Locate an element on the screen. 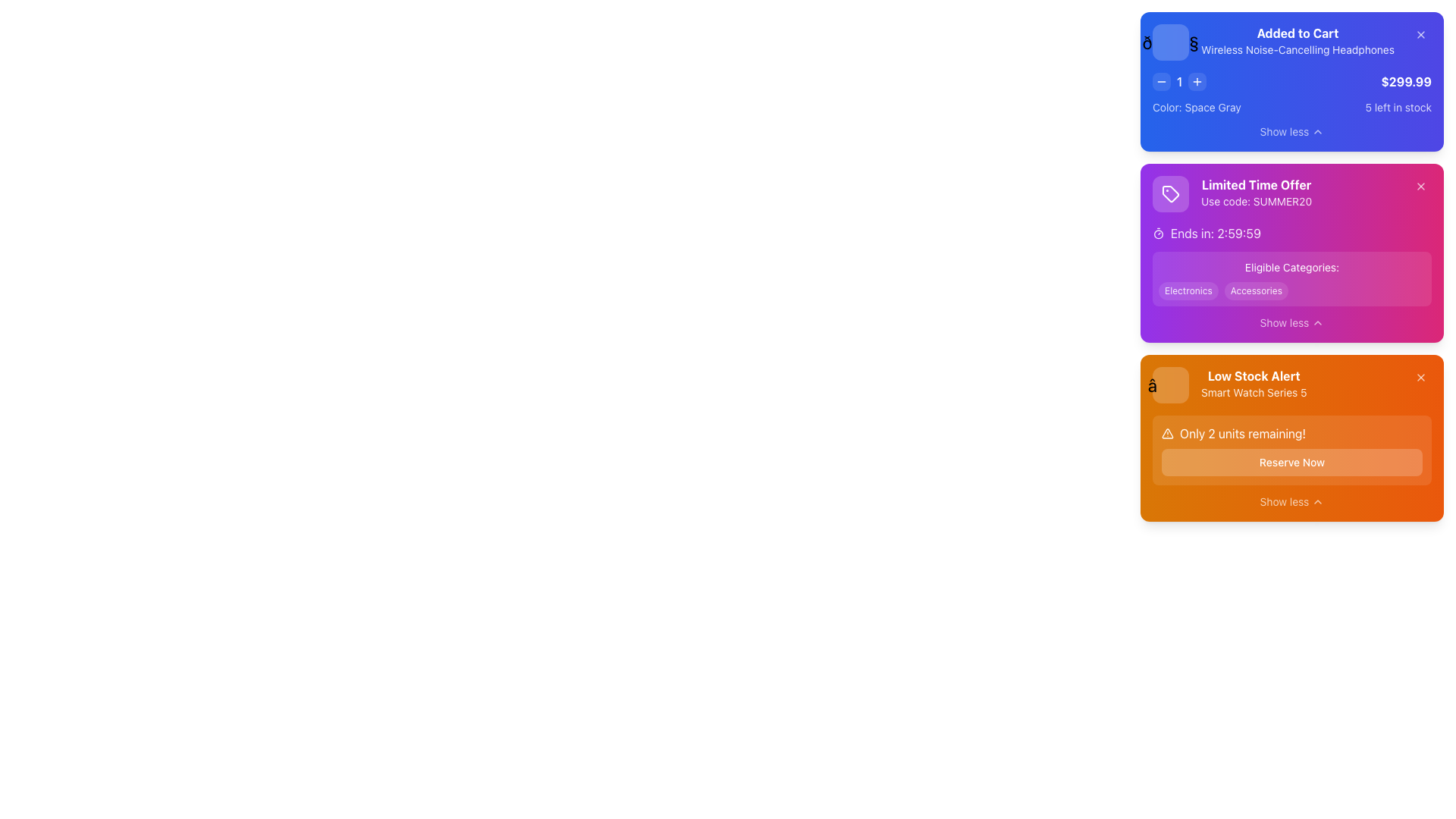 This screenshot has width=1456, height=819. the circular button with an 'X' icon in the top-right corner of the orange 'Low Stock Alert Smart Watch Series 5' pane is located at coordinates (1420, 376).